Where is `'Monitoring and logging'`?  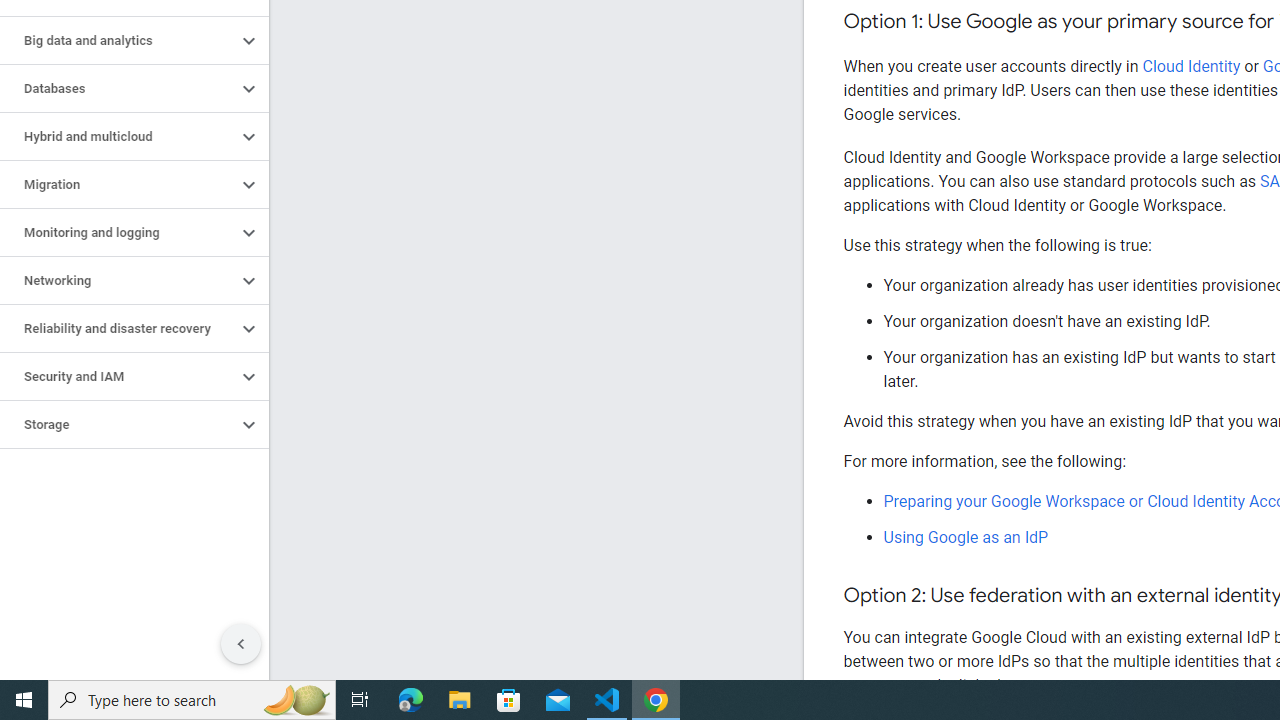 'Monitoring and logging' is located at coordinates (117, 231).